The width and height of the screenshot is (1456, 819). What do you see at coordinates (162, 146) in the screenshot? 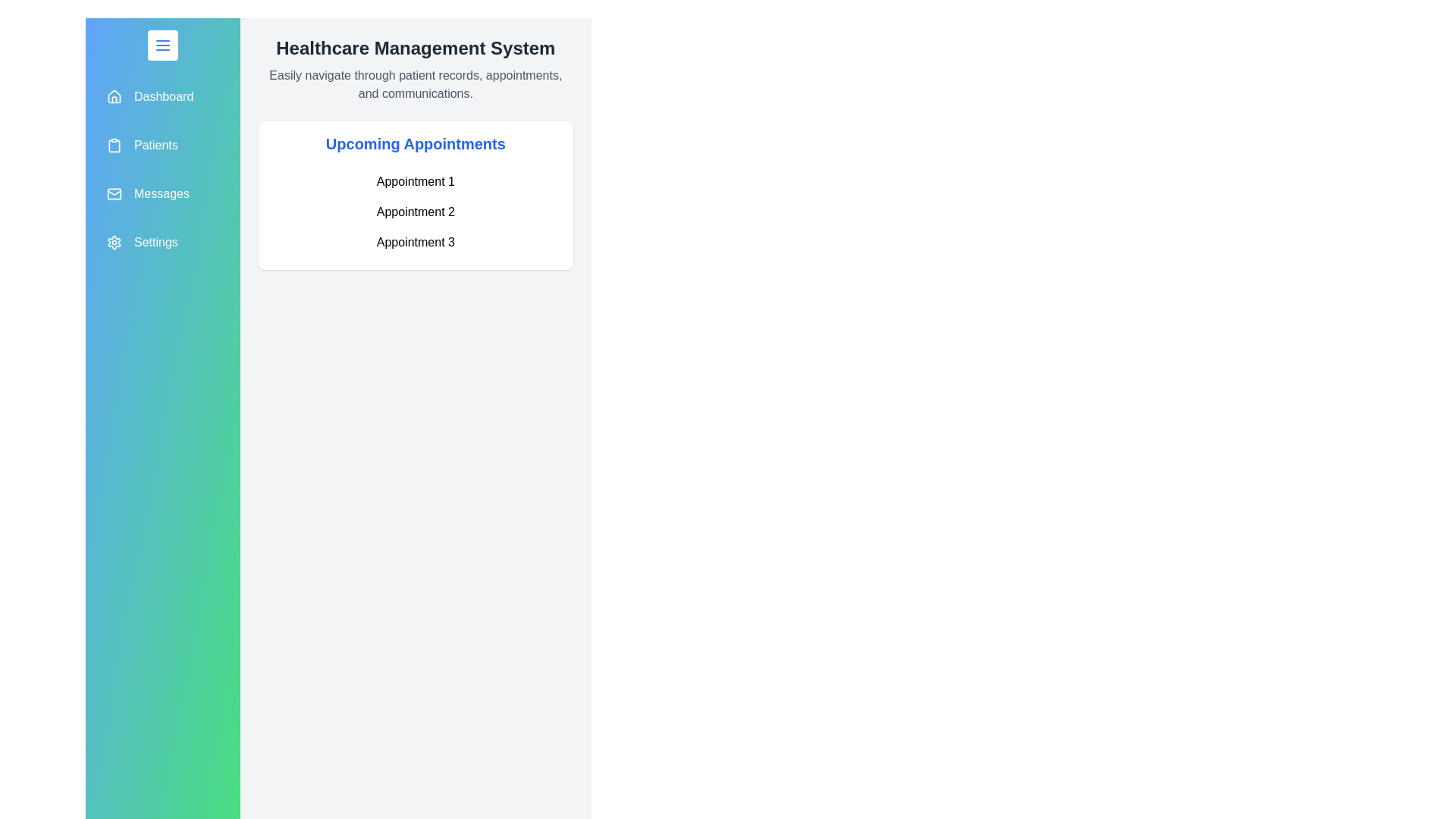
I see `the navigation item labeled Patients` at bounding box center [162, 146].